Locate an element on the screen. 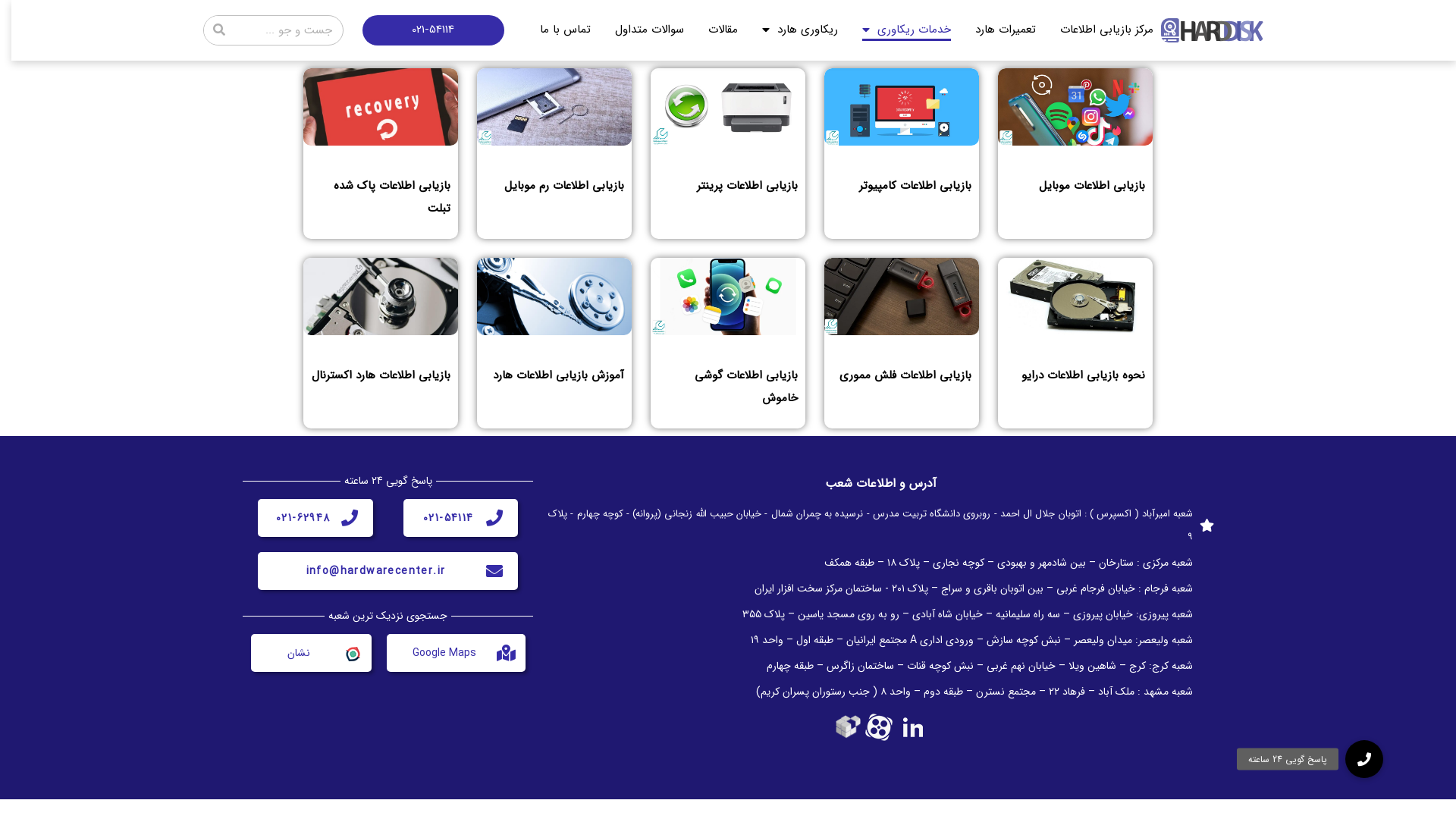 Image resolution: width=1456 pixels, height=819 pixels. '021-54114' is located at coordinates (432, 30).